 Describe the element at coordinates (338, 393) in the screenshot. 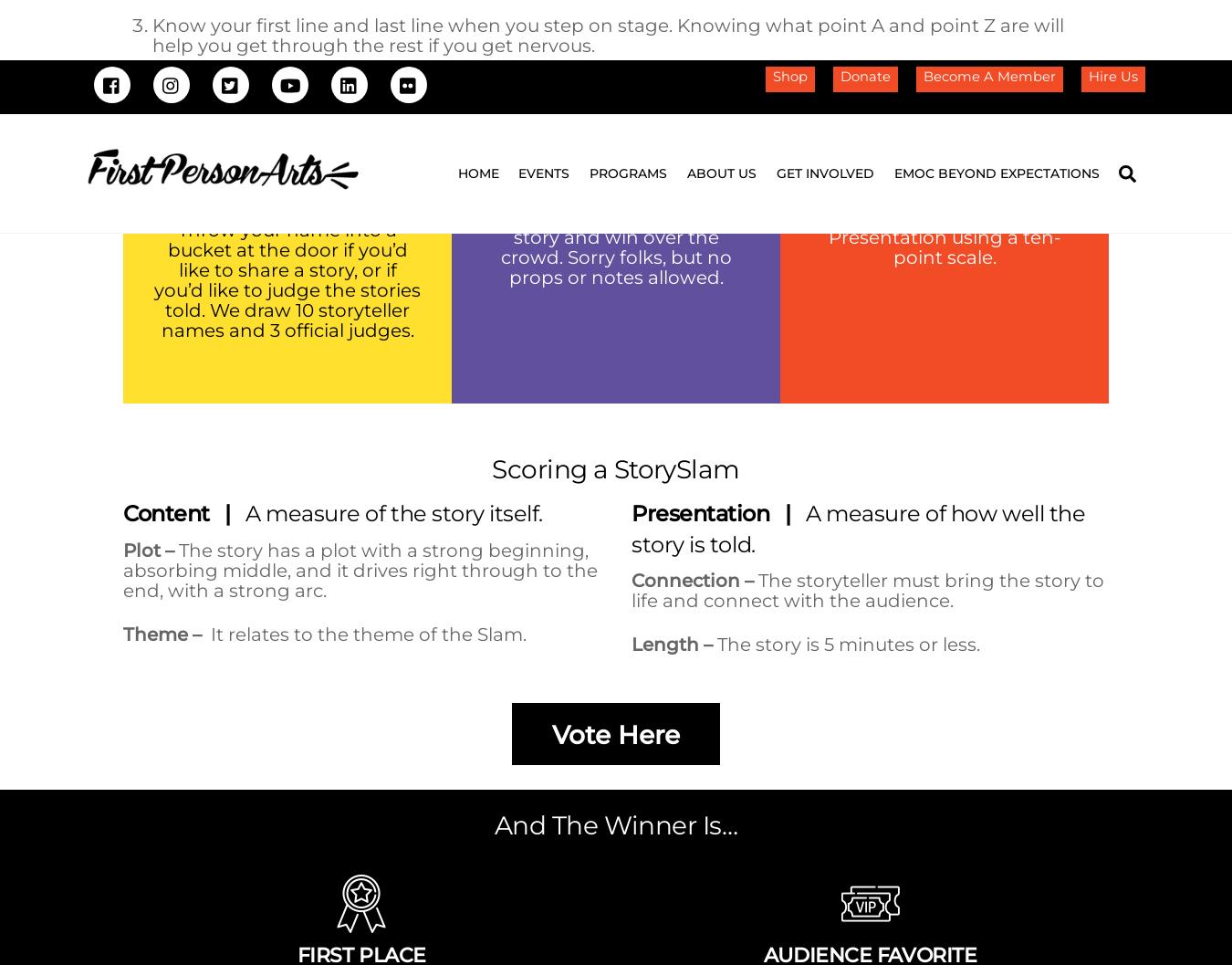

I see `'you!'` at that location.